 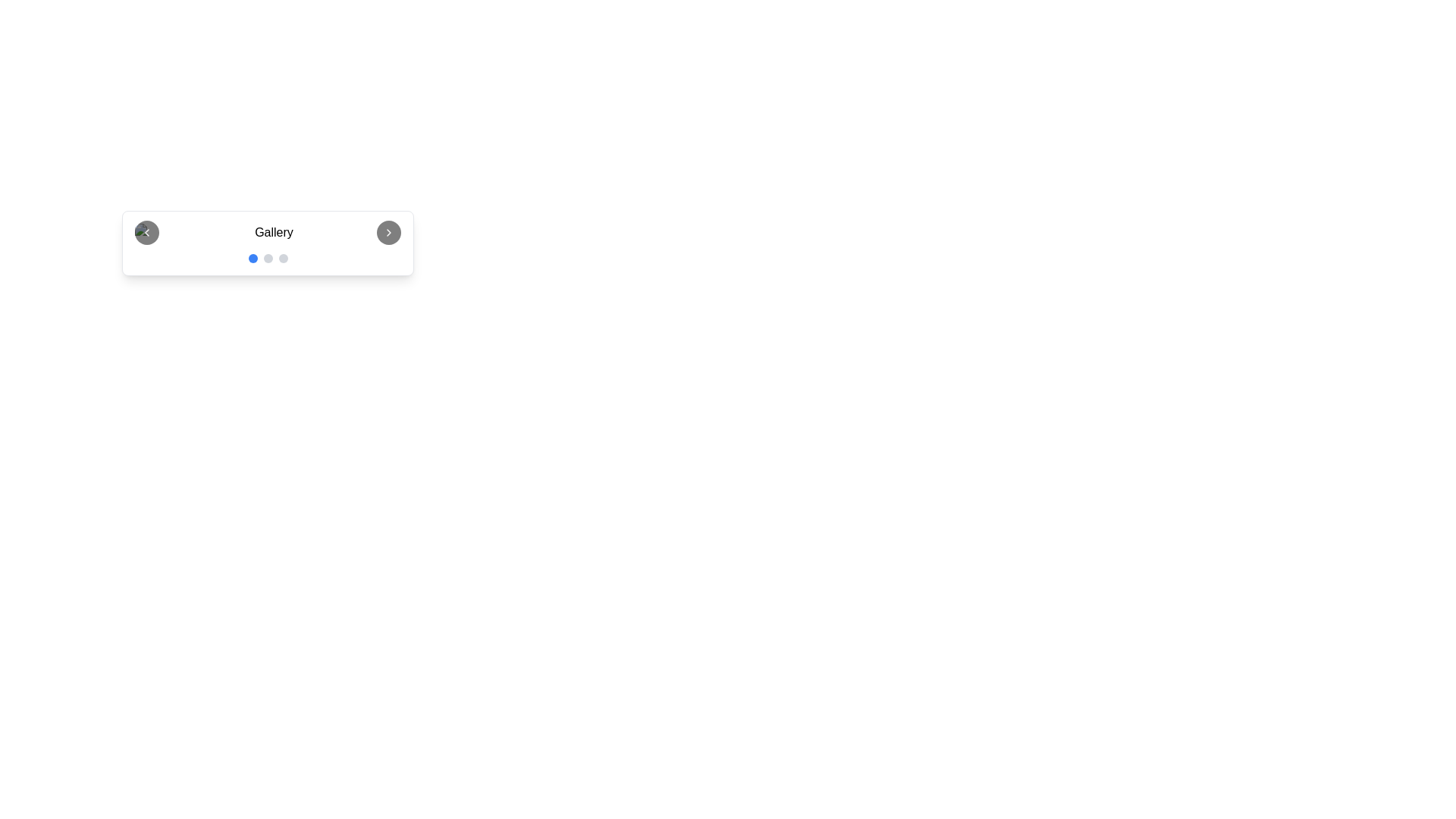 I want to click on the chevron-shaped left arrow embedded within the circular button on the left side of the gallery card, so click(x=146, y=233).